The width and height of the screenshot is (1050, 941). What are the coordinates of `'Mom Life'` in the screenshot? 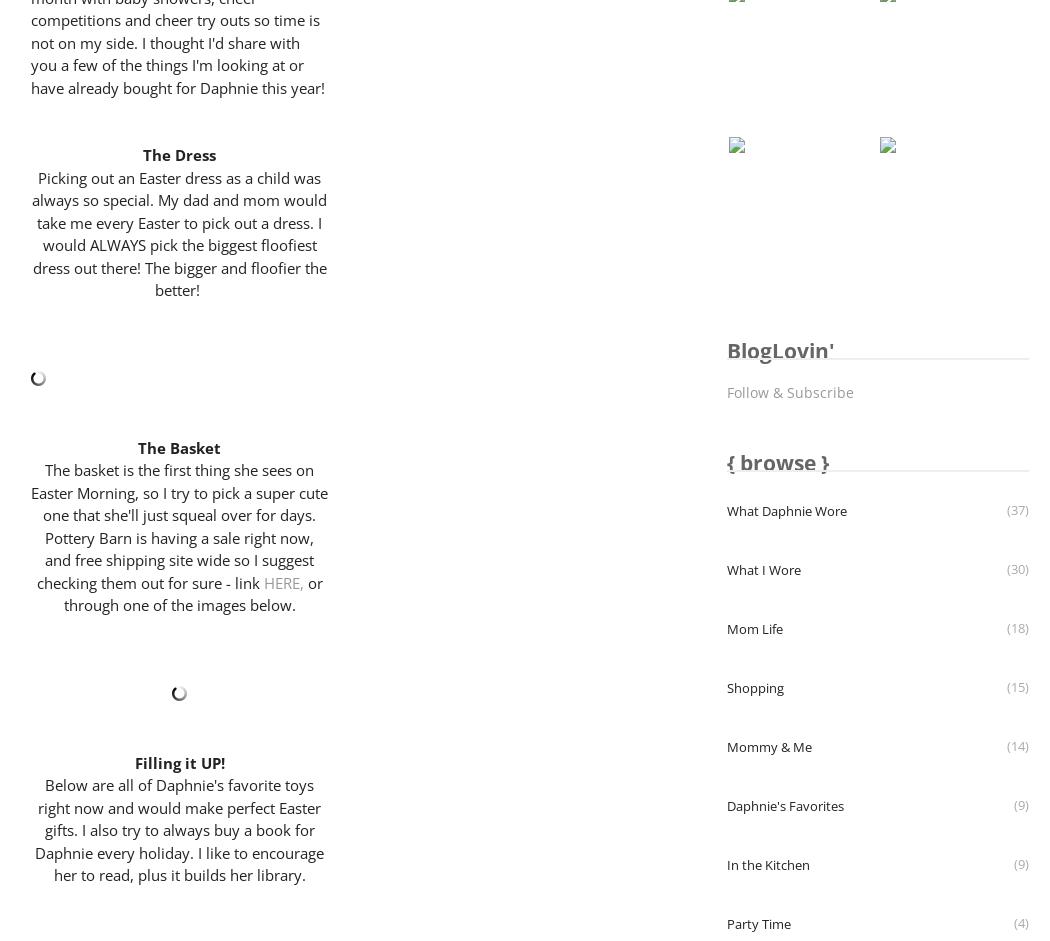 It's located at (754, 628).